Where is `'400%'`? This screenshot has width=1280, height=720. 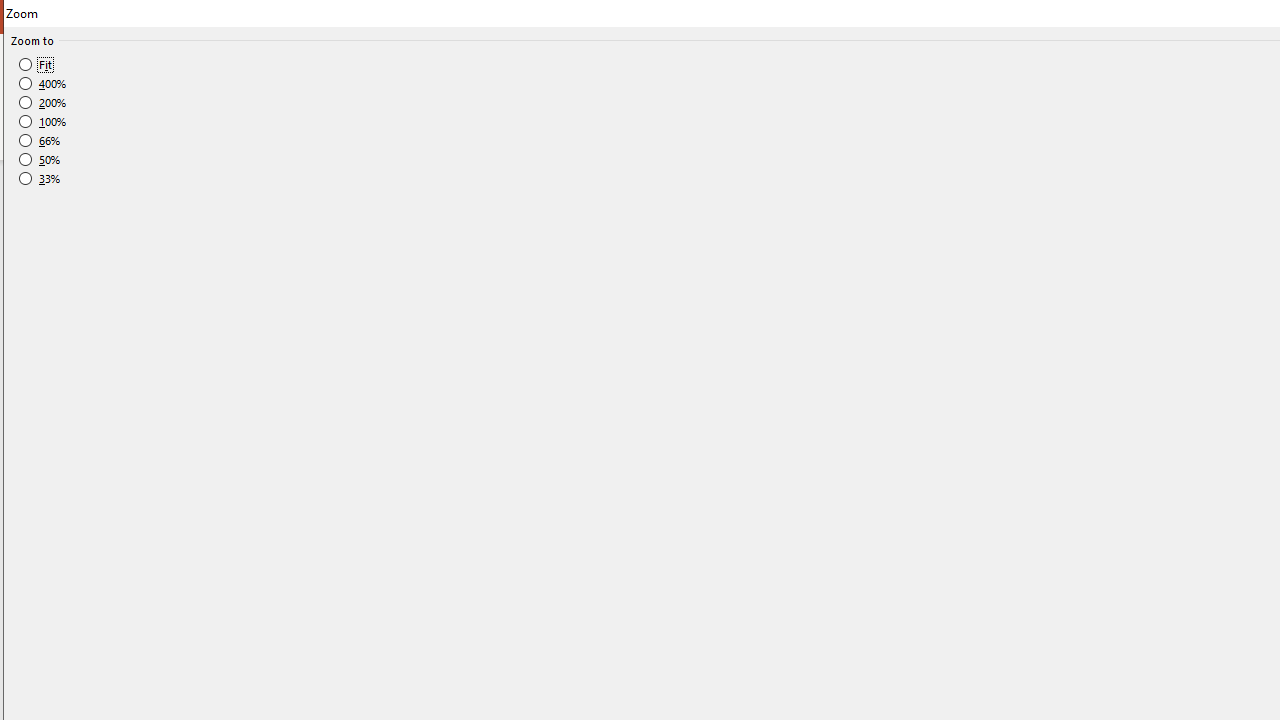
'400%' is located at coordinates (43, 83).